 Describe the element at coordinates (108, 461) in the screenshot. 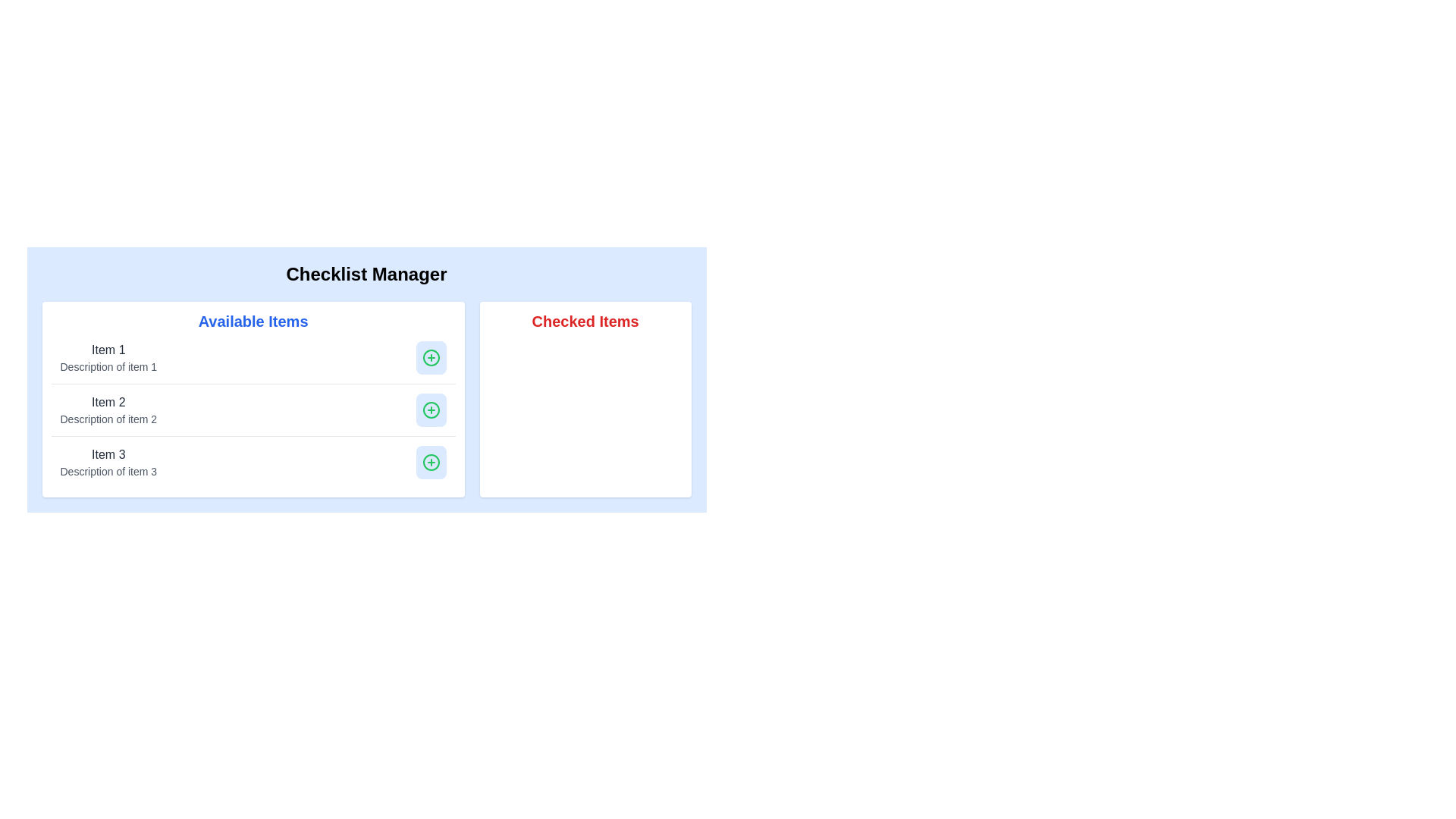

I see `the label that displays 'Item 3' with the description 'Description of item 3' in the 'Available Items' section of the 'Checklist Manager' interface` at that location.